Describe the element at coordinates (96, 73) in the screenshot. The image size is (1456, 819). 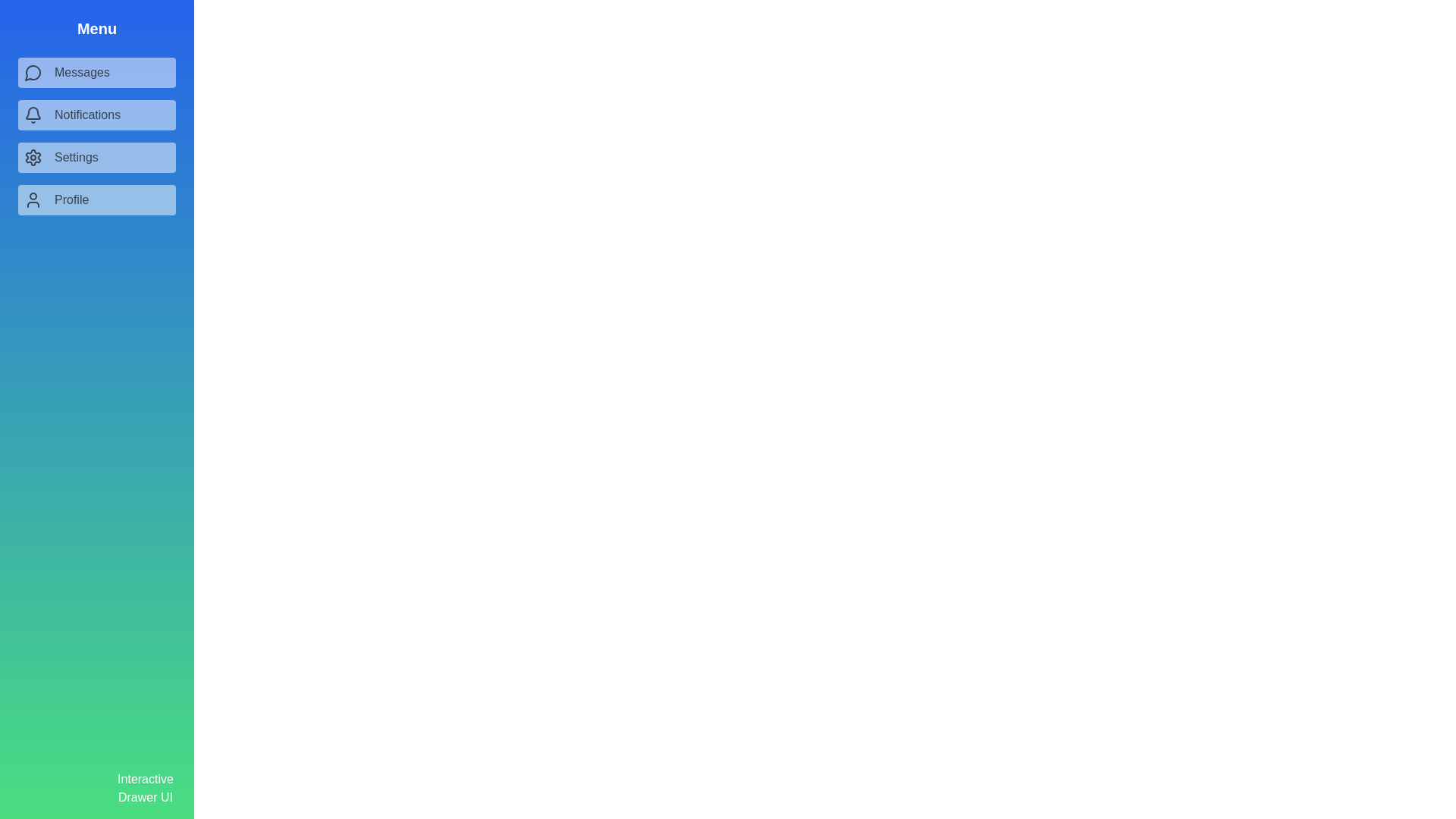
I see `the menu item Messages` at that location.